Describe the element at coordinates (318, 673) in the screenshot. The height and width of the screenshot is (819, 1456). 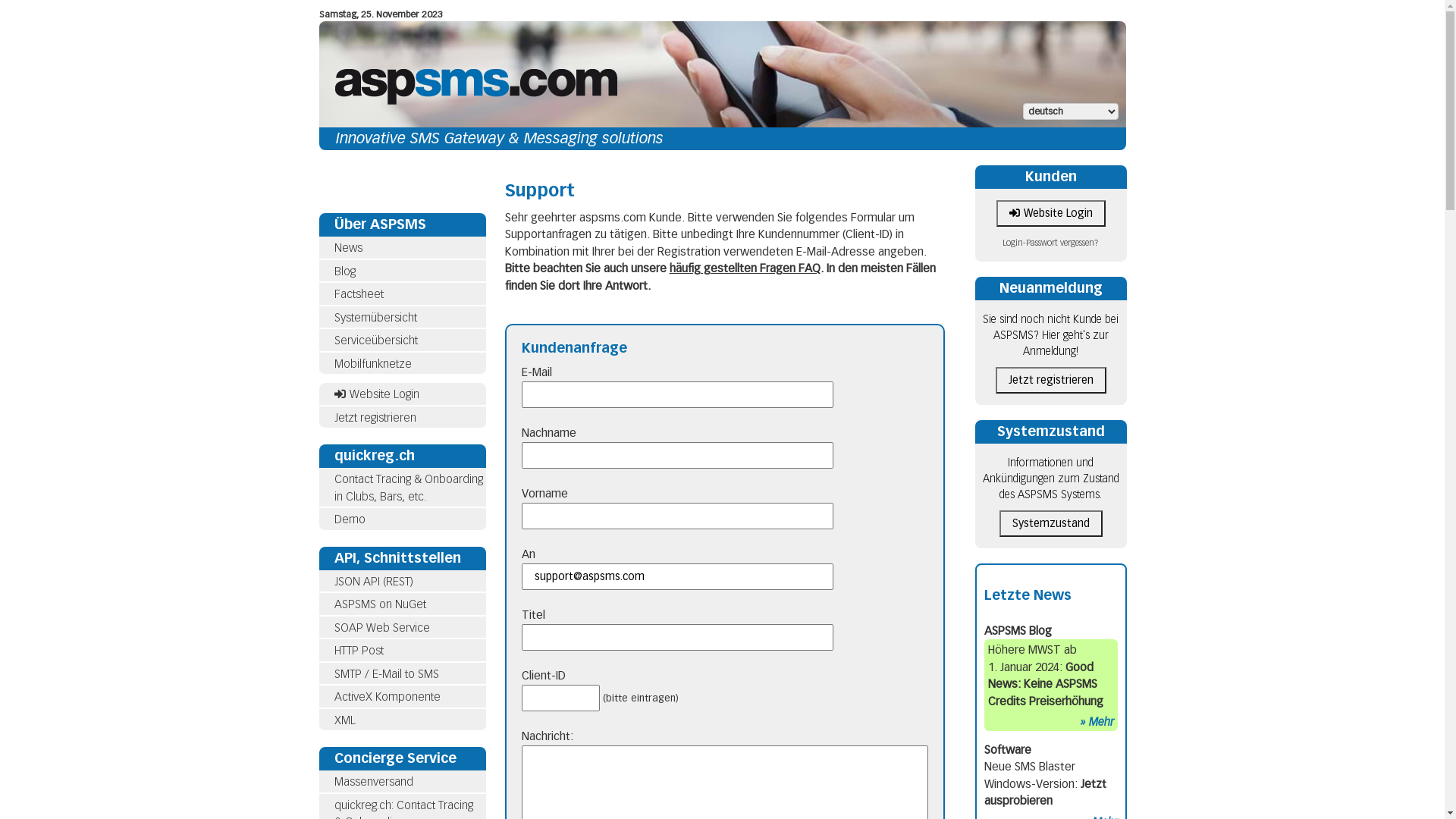
I see `'SMTP / E-Mail to SMS'` at that location.